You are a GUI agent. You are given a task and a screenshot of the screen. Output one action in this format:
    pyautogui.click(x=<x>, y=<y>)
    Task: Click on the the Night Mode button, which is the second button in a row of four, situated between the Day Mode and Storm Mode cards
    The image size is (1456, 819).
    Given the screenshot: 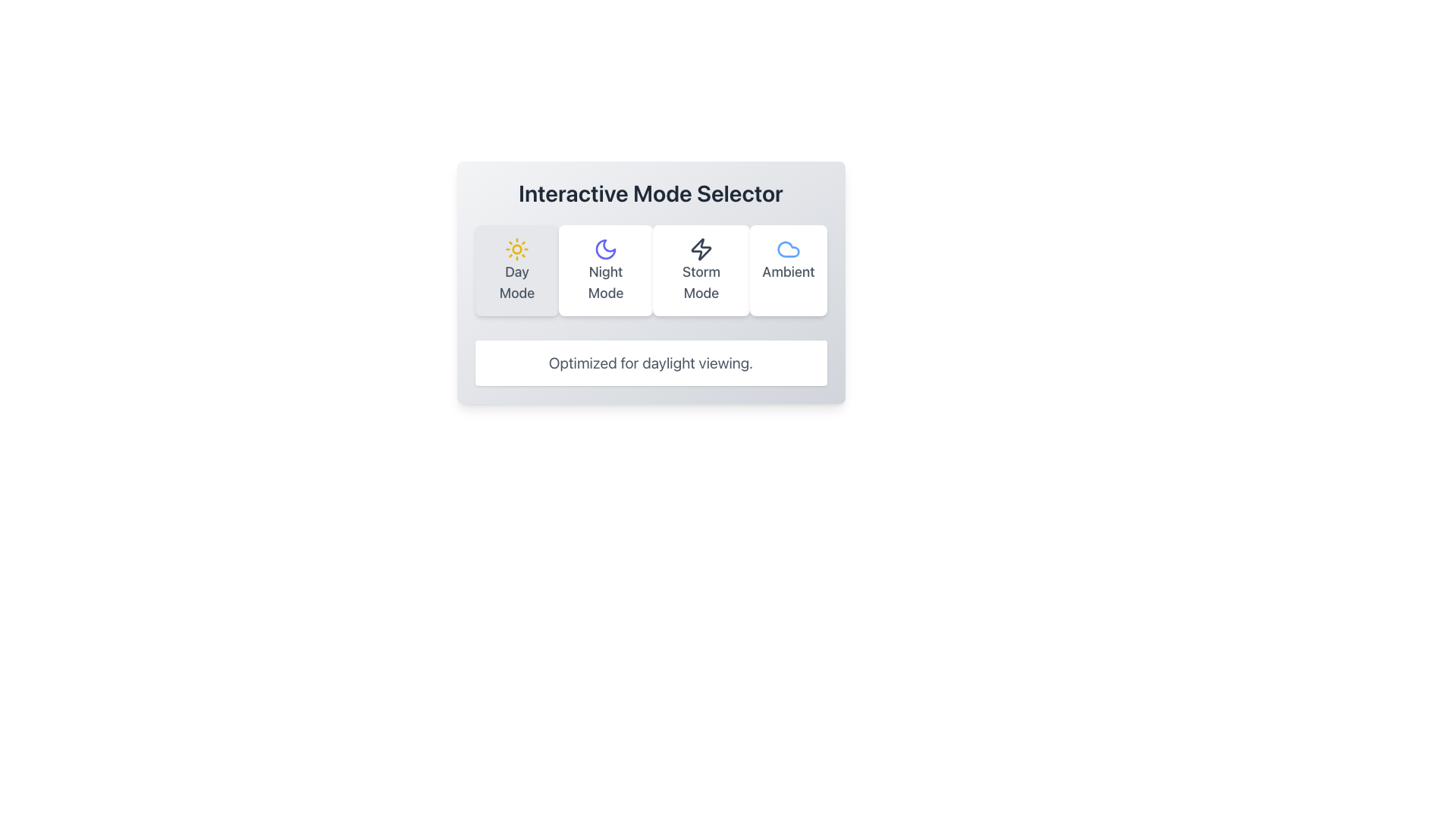 What is the action you would take?
    pyautogui.click(x=605, y=270)
    